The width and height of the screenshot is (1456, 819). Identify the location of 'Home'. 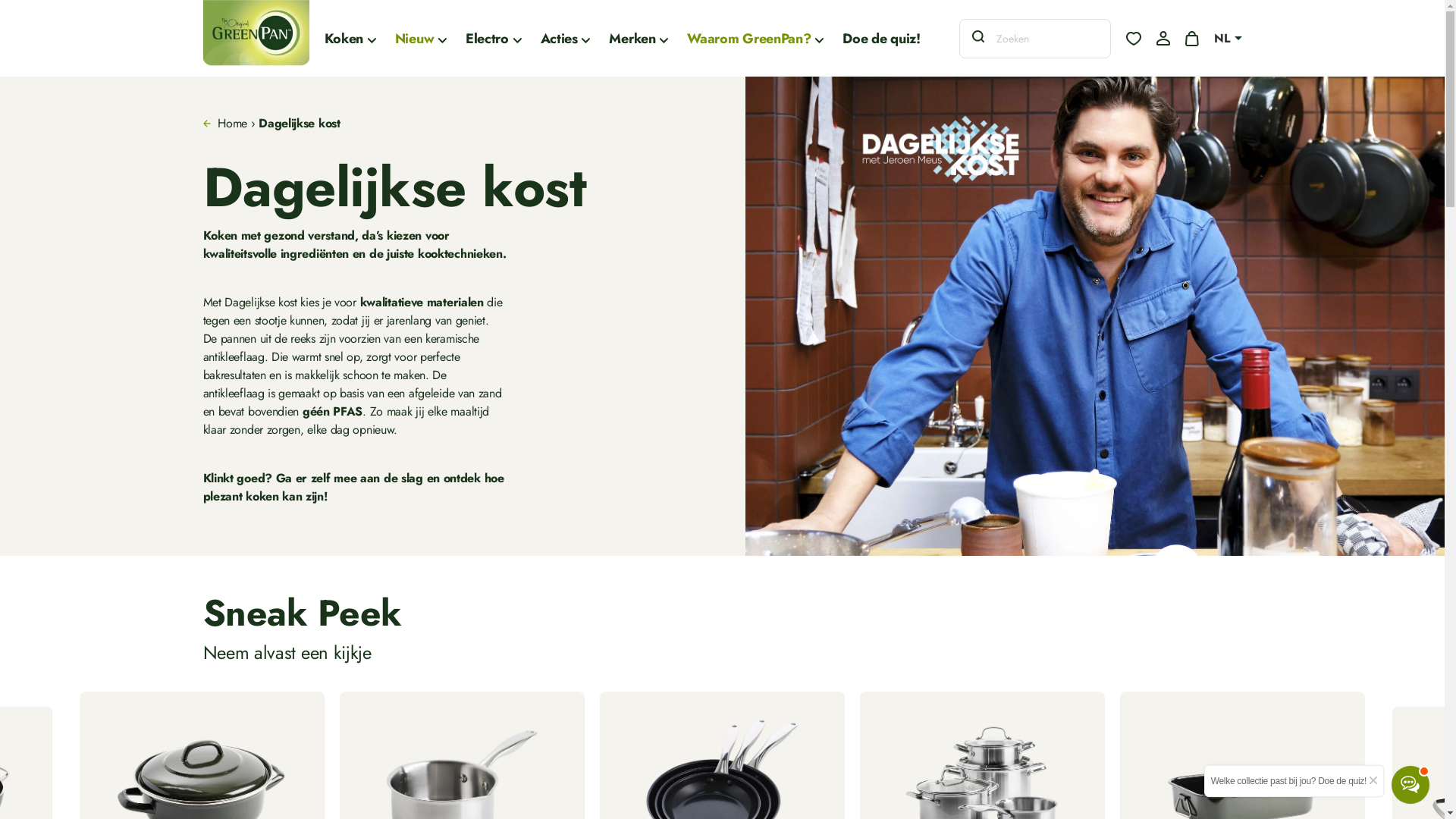
(217, 122).